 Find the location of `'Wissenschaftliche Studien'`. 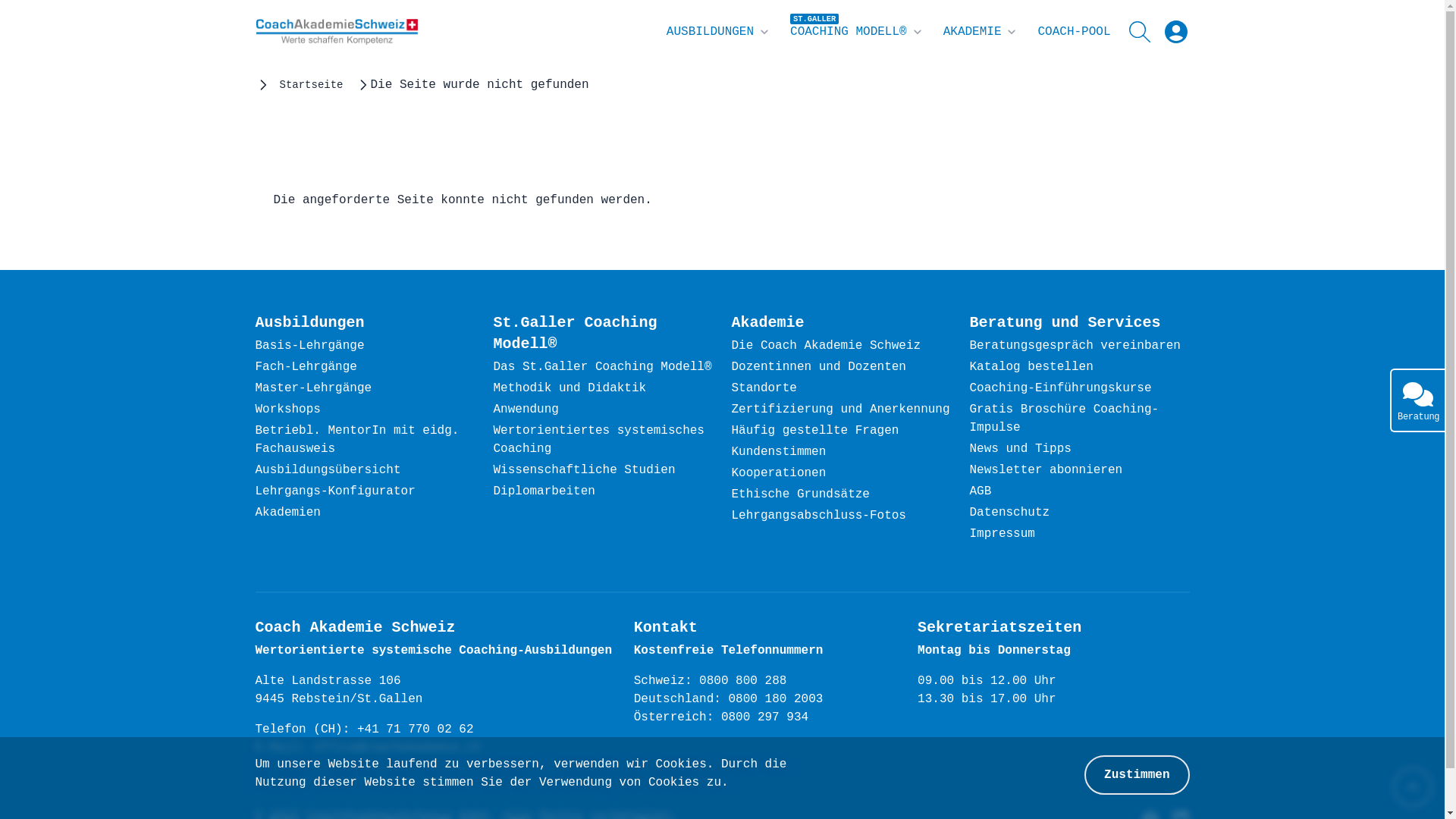

'Wissenschaftliche Studien' is located at coordinates (582, 470).